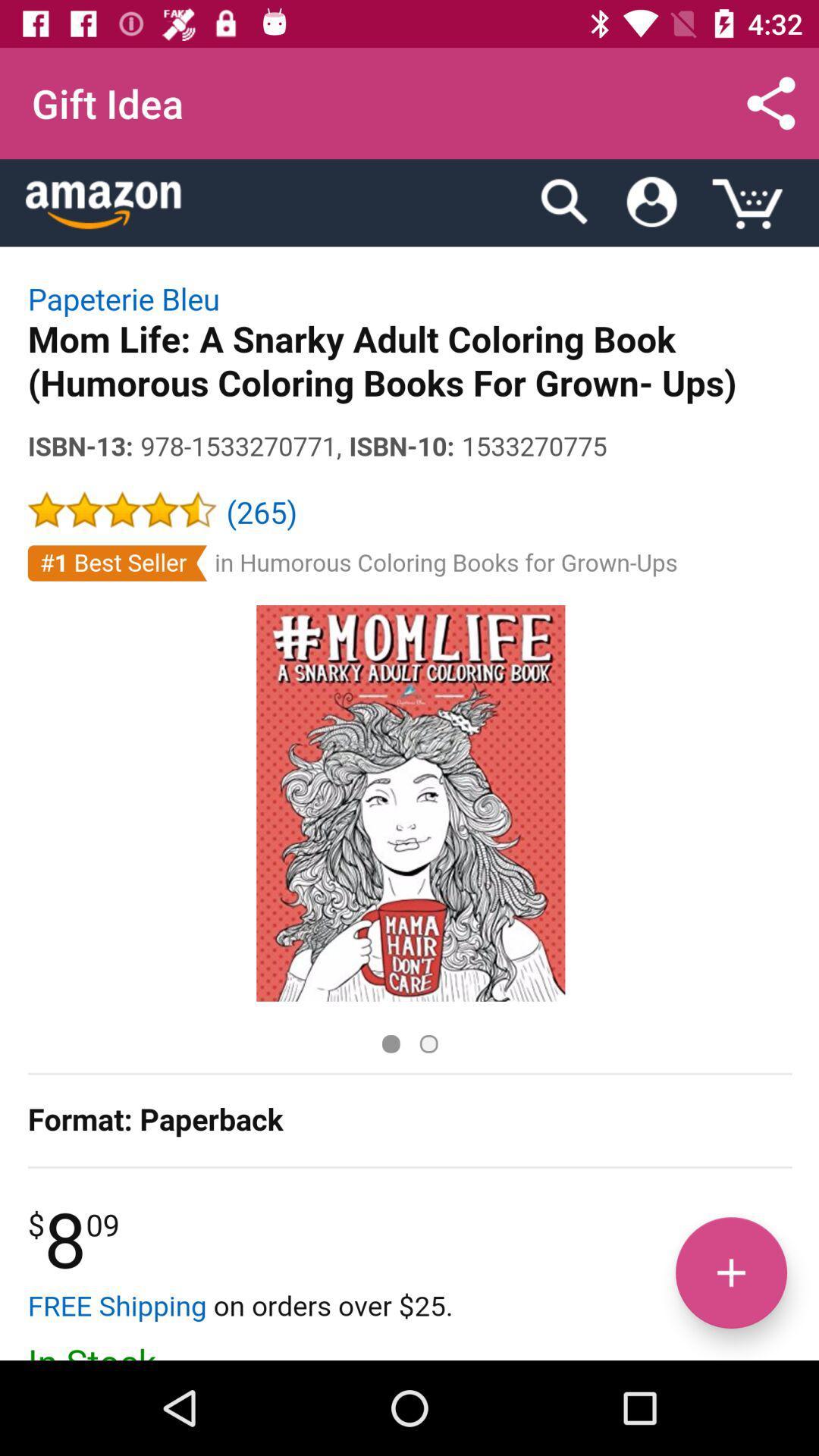 Image resolution: width=819 pixels, height=1456 pixels. I want to click on increase, so click(730, 1272).